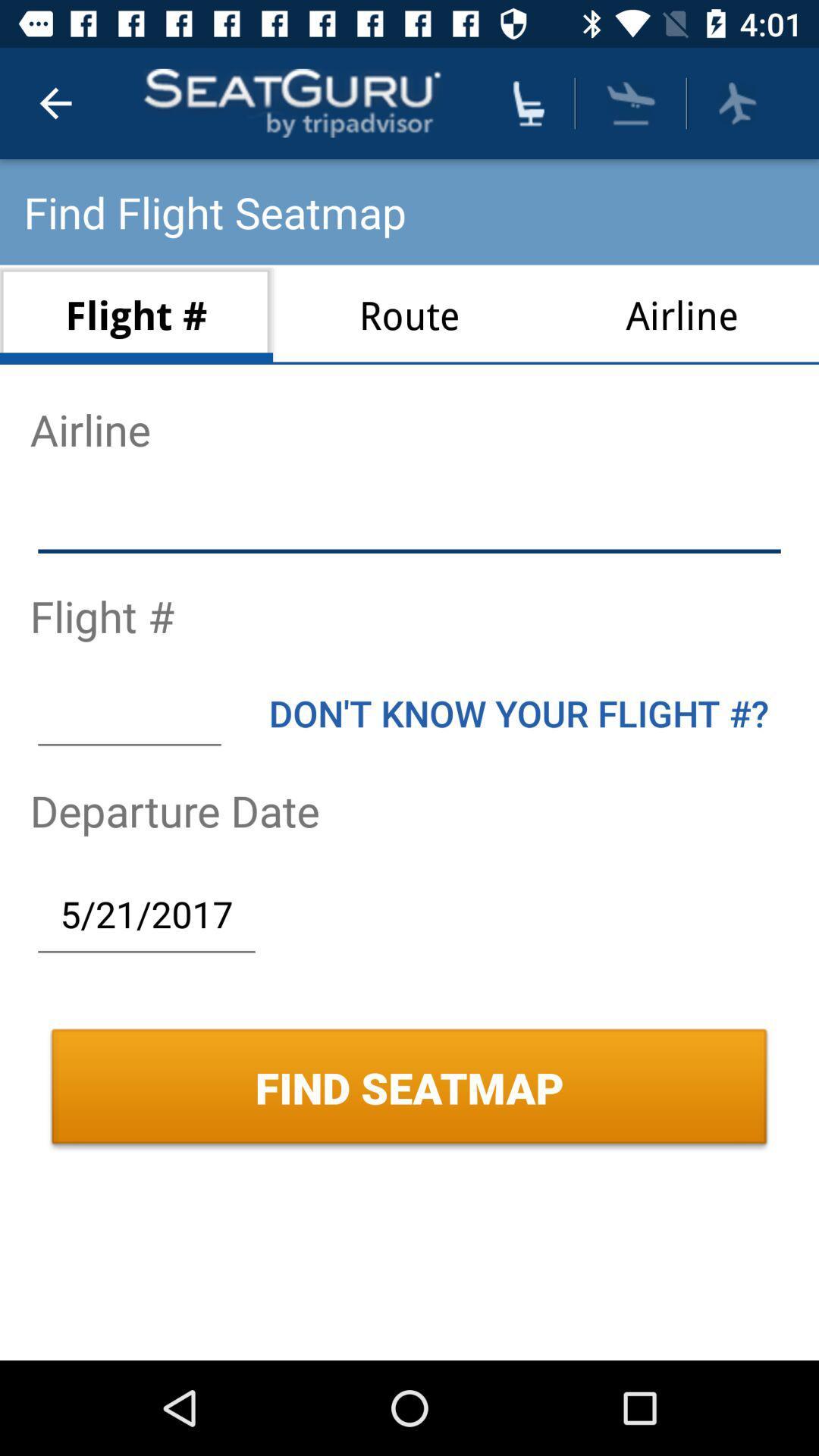 Image resolution: width=819 pixels, height=1456 pixels. Describe the element at coordinates (128, 712) in the screenshot. I see `the icon above departure date item` at that location.